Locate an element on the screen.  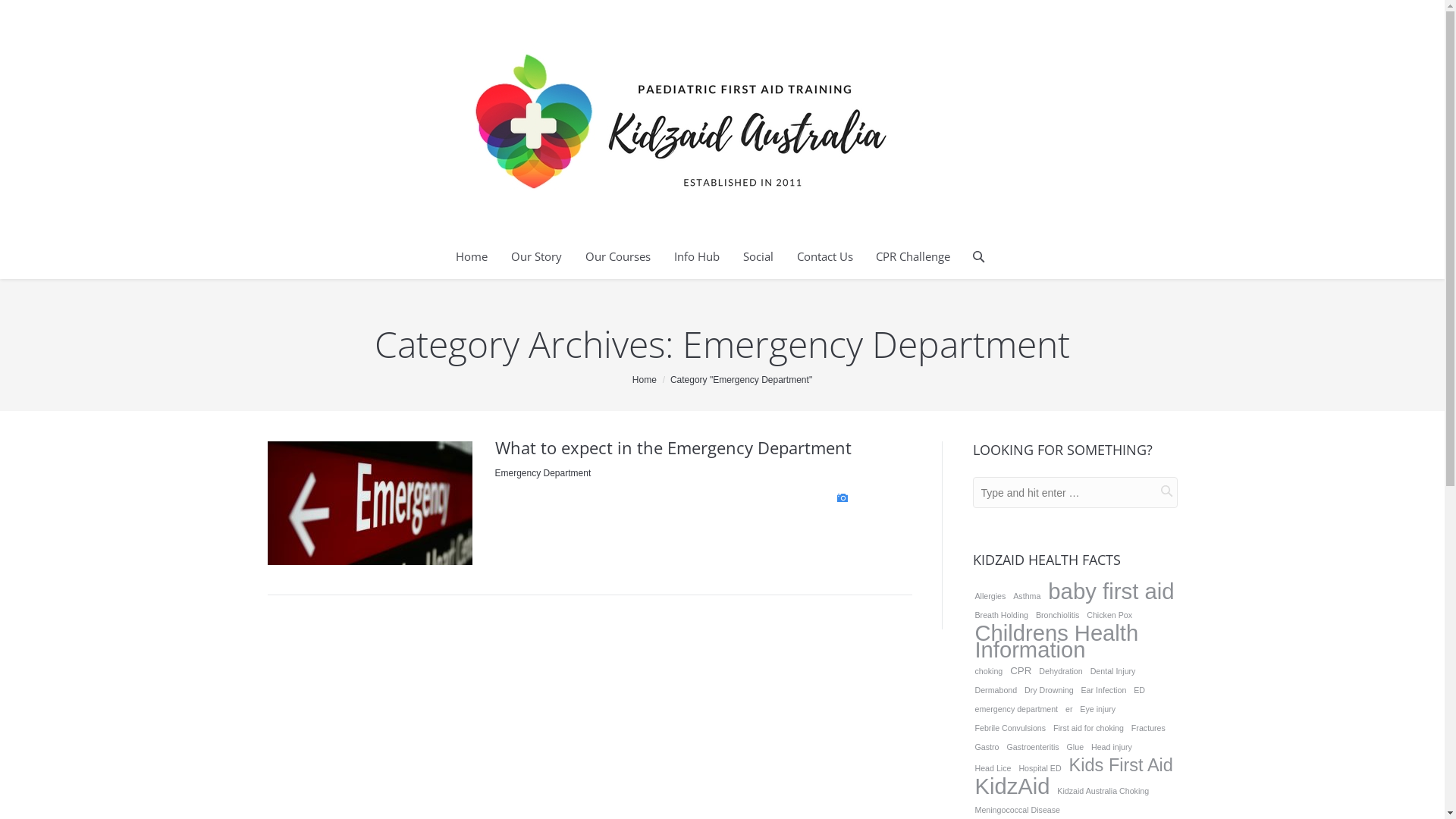
'Dermabond' is located at coordinates (971, 690).